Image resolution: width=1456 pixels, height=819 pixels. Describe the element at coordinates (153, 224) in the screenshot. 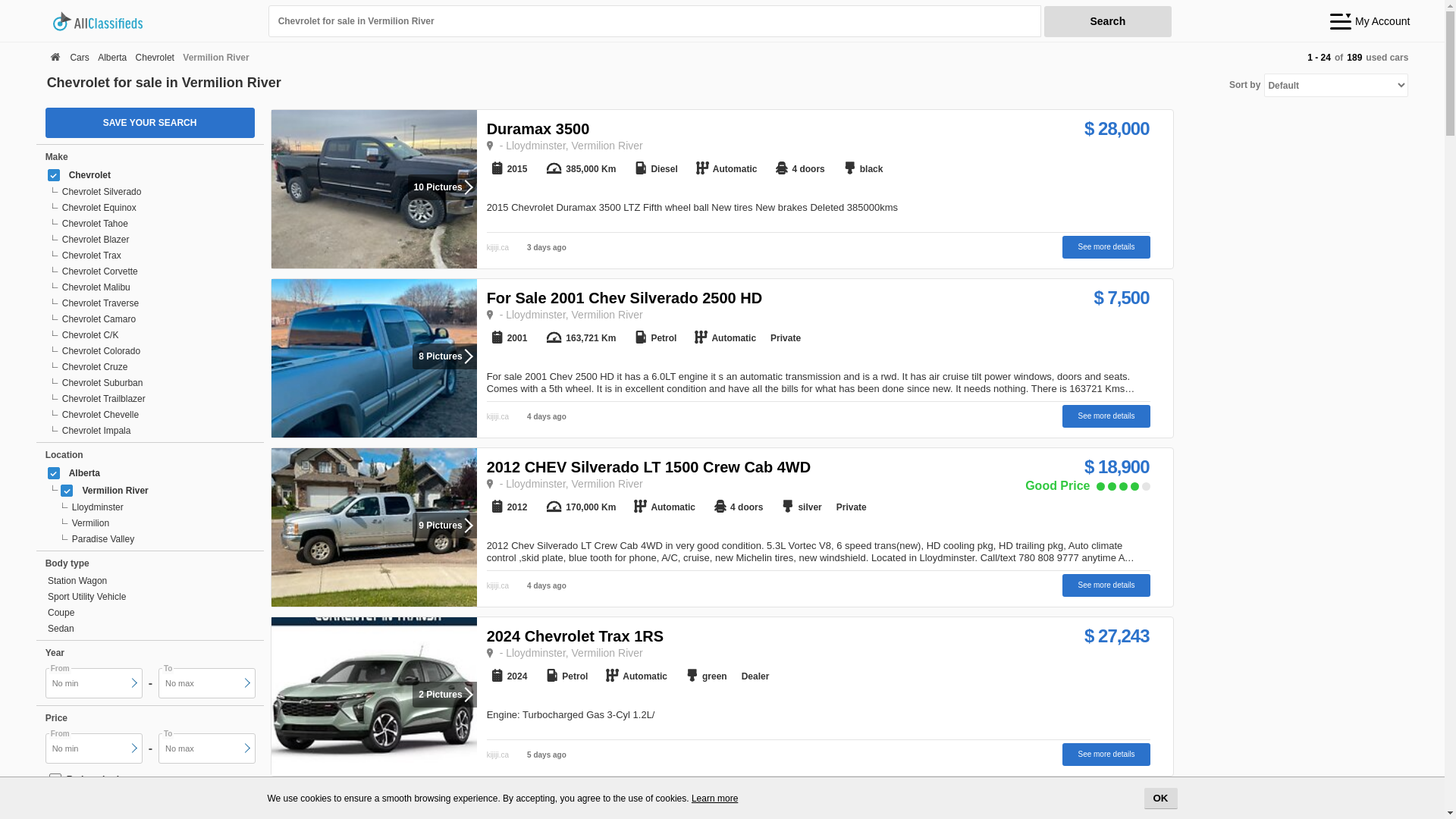

I see `'Chevrolet Tahoe'` at that location.